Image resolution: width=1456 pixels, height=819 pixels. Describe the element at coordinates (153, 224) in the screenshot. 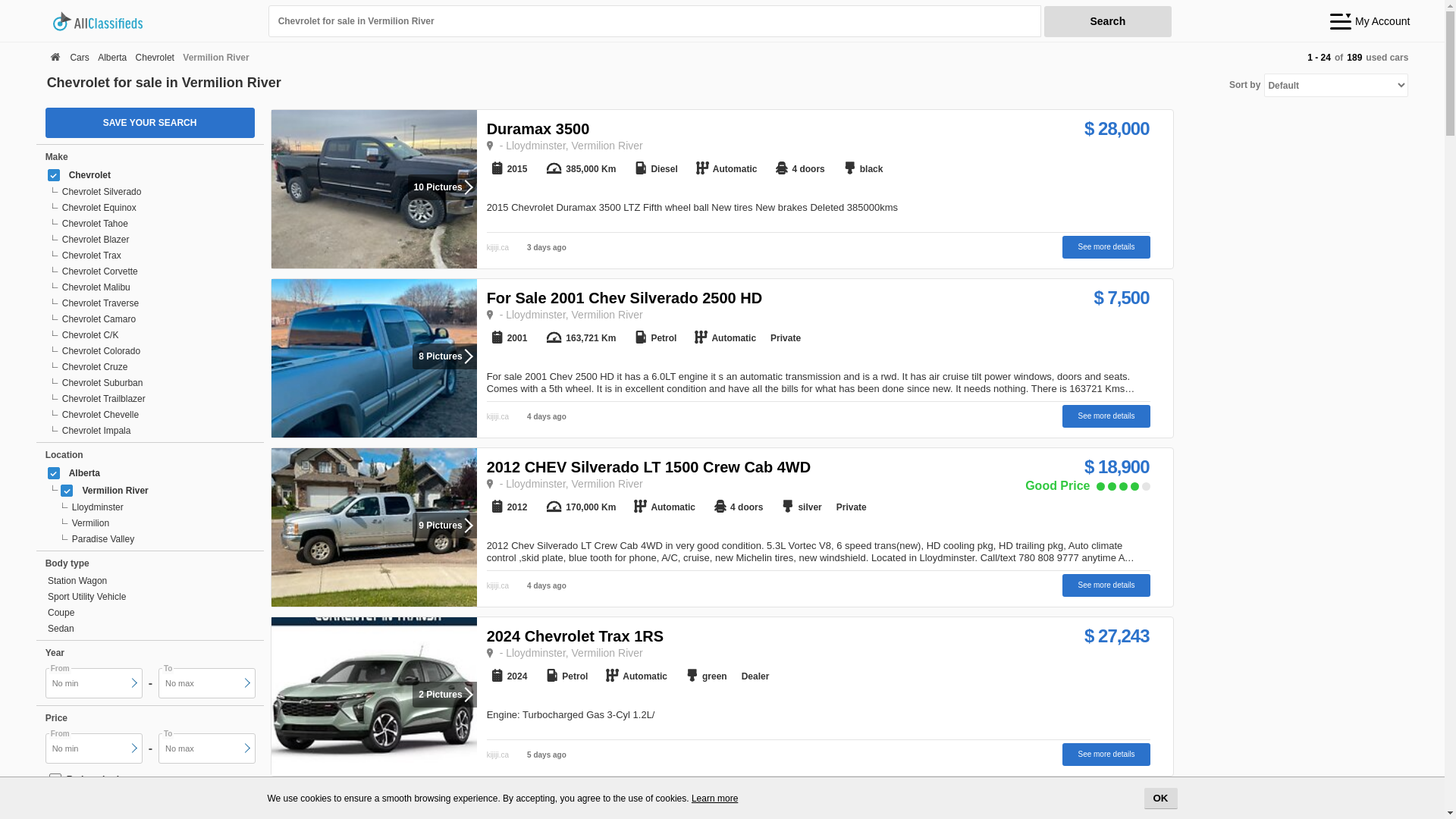

I see `'Chevrolet Tahoe'` at that location.